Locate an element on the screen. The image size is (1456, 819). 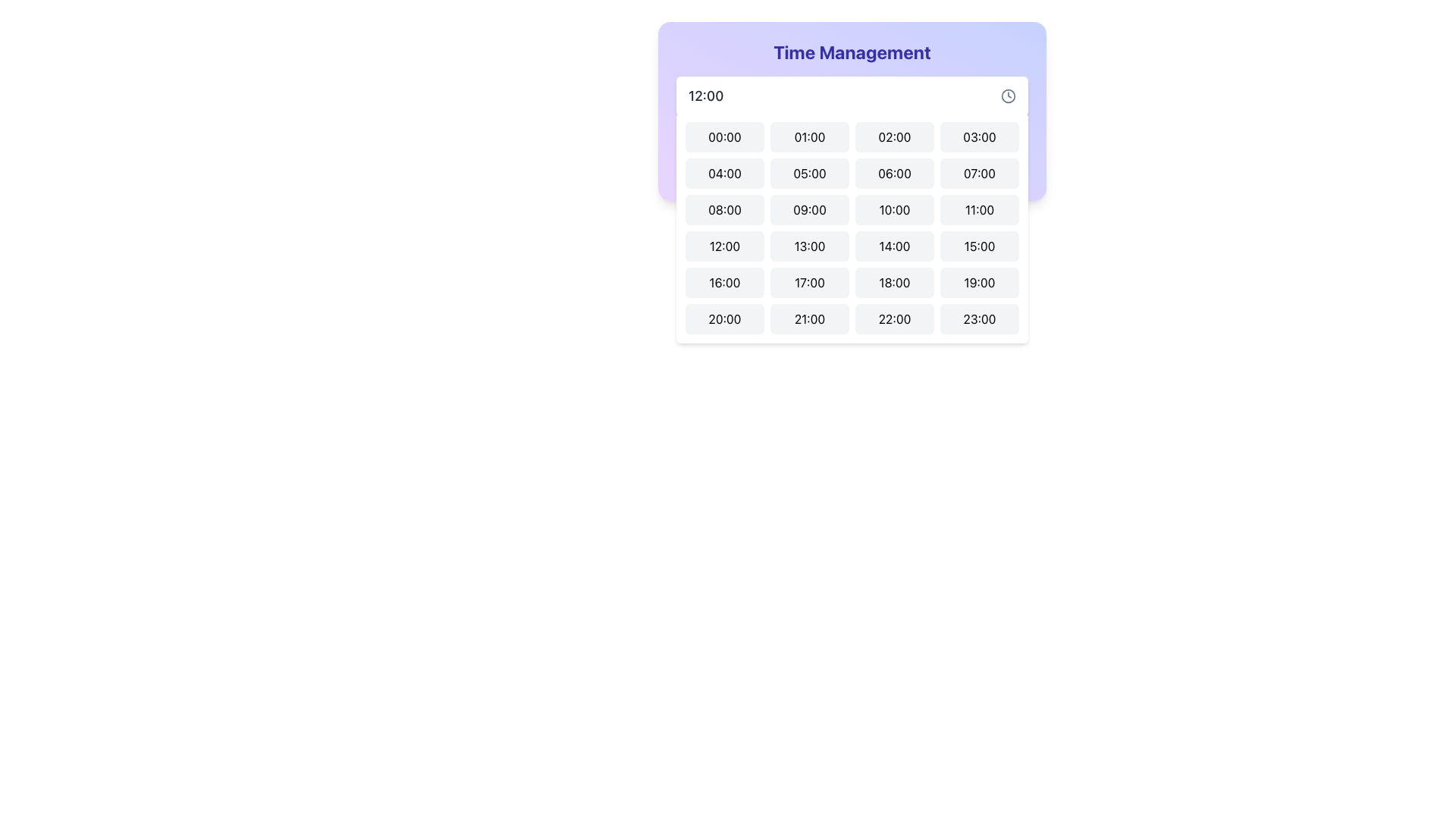
the button displaying '08:00' in the 'Time Management' dropdown panel to change its color to indigo is located at coordinates (723, 210).